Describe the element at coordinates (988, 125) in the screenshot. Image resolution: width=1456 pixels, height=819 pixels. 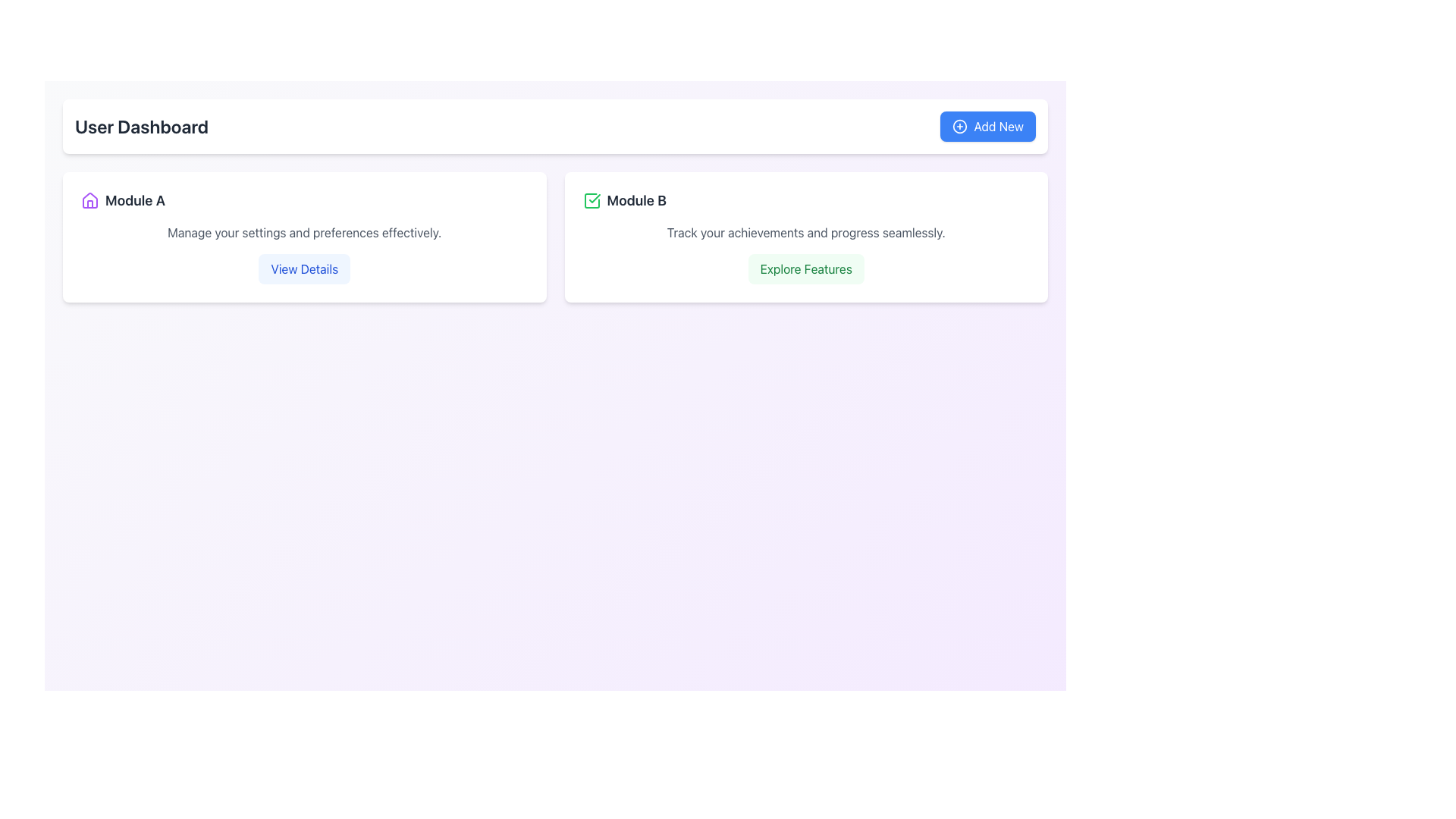
I see `the blue 'Add New' button located in the header area of the 'User Dashboard', which features a plus icon and bold text` at that location.